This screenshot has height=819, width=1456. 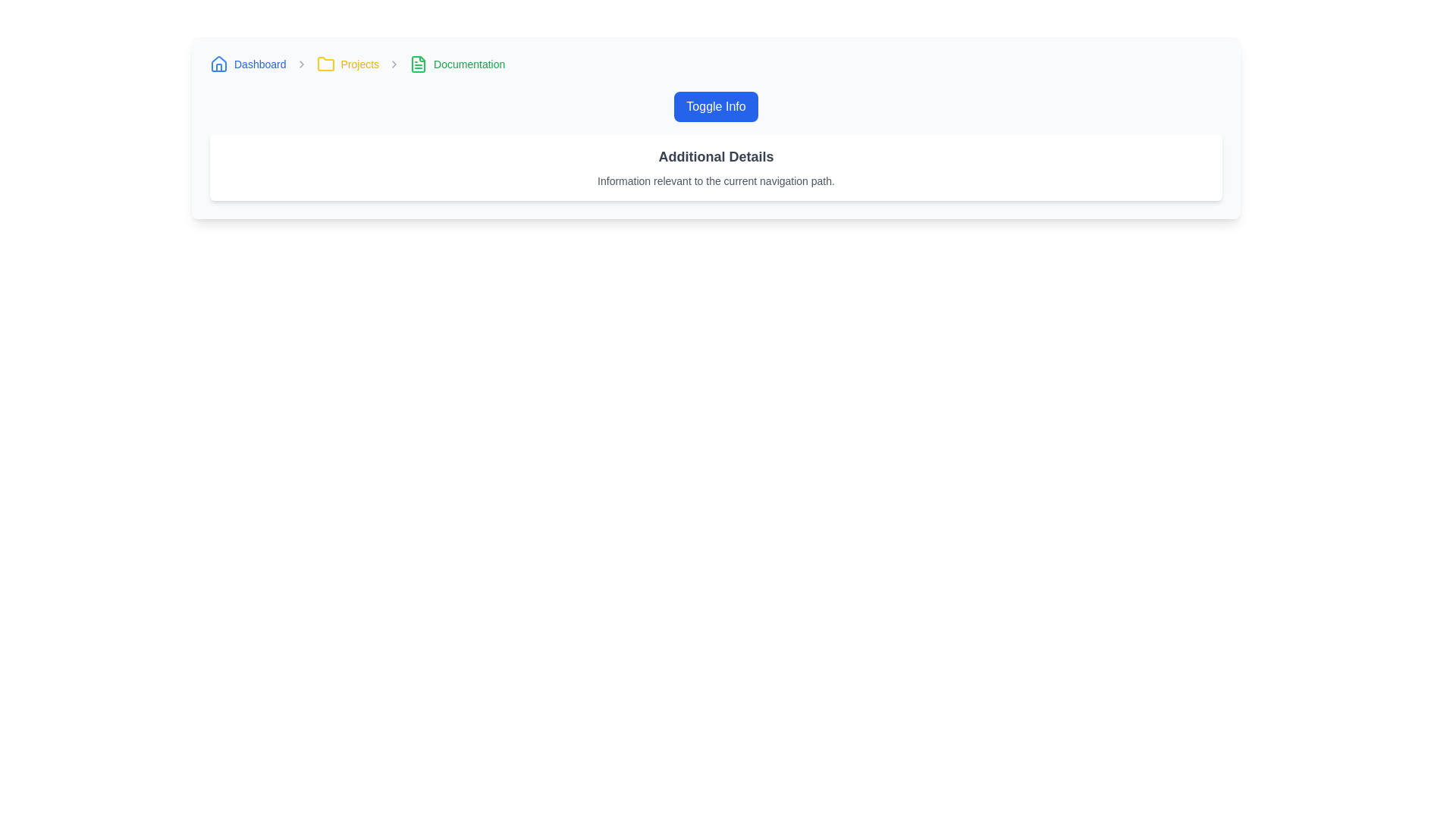 What do you see at coordinates (218, 67) in the screenshot?
I see `the decorative graphic that represents the door of the house icon, which is a small vertical rectangle with a rounded top located at the bottom center of the house graphic` at bounding box center [218, 67].